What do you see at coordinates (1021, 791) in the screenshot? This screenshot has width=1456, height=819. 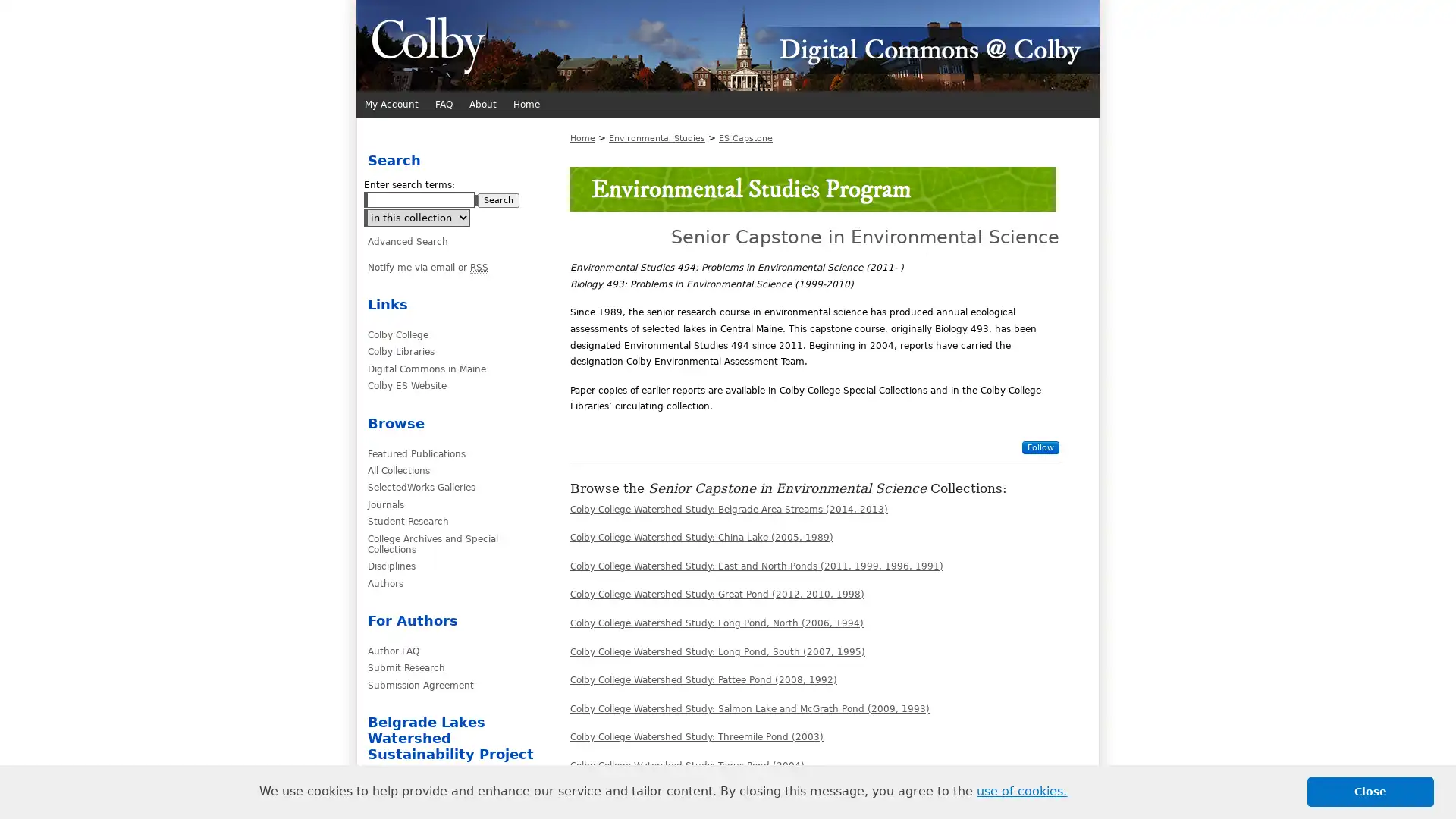 I see `learn more about cookies` at bounding box center [1021, 791].